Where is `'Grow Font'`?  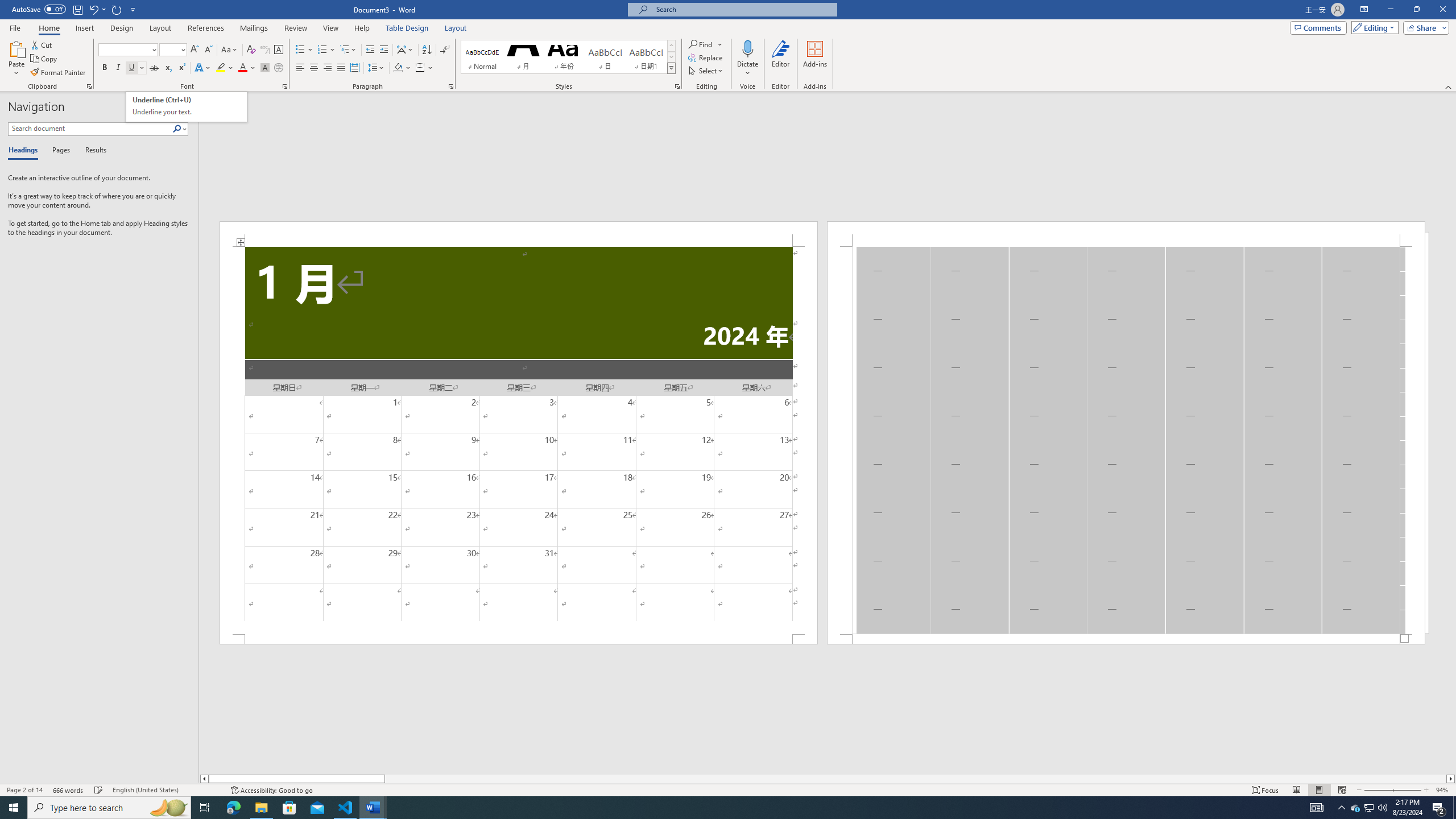 'Grow Font' is located at coordinates (194, 49).